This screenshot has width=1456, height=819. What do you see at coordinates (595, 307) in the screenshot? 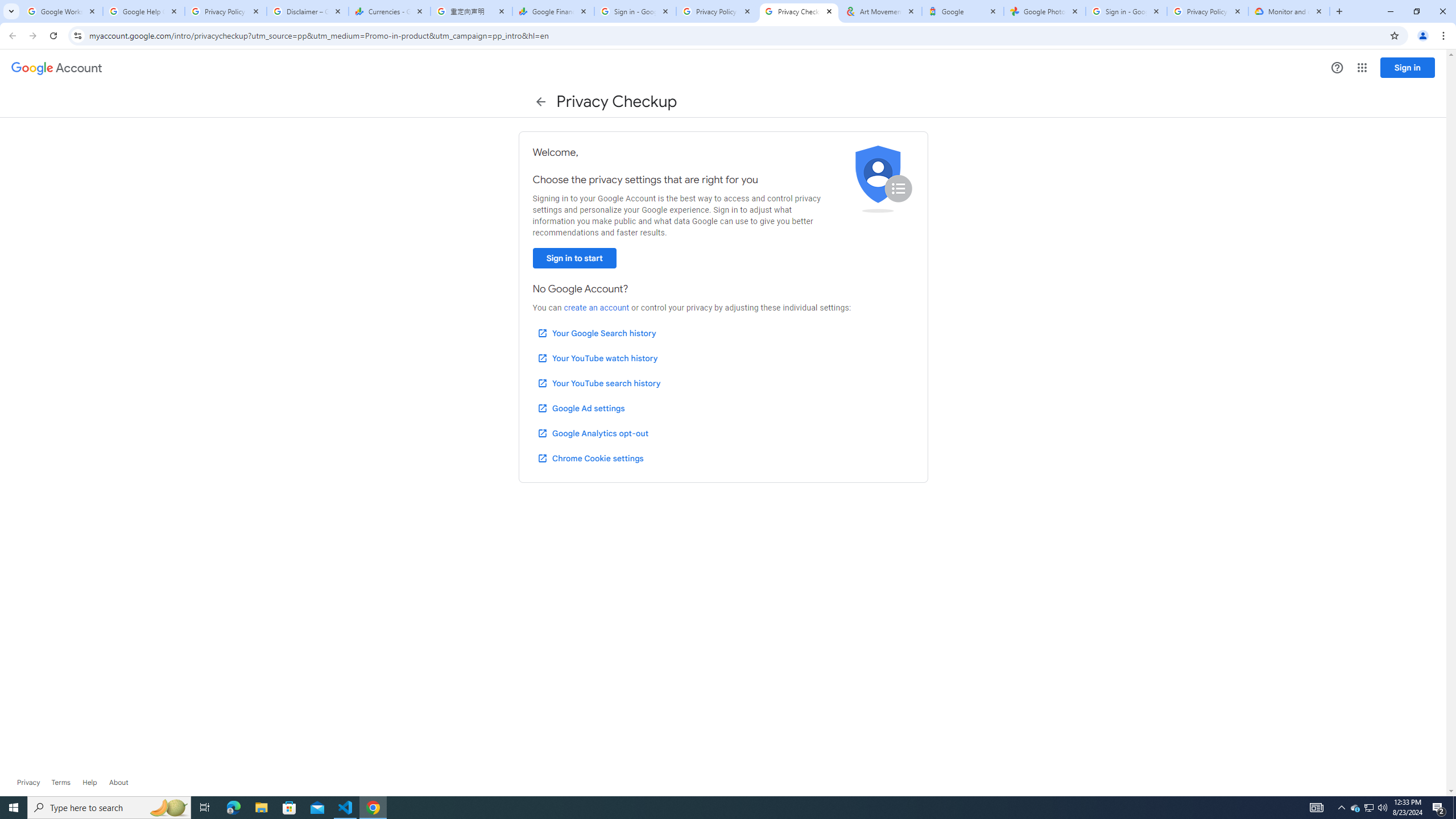
I see `'create an account'` at bounding box center [595, 307].